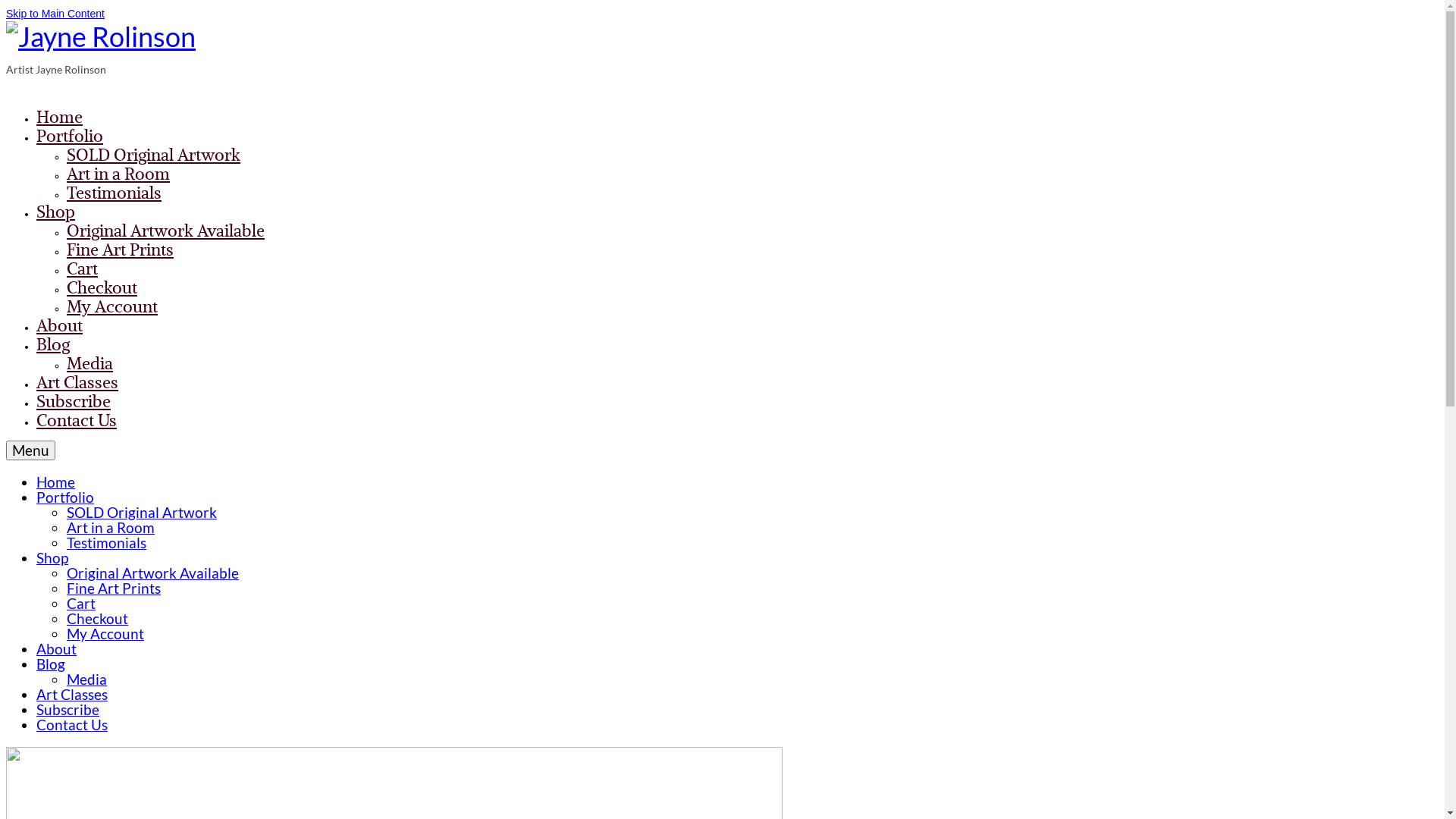 Image resolution: width=1456 pixels, height=819 pixels. I want to click on 'Art Classes', so click(76, 381).